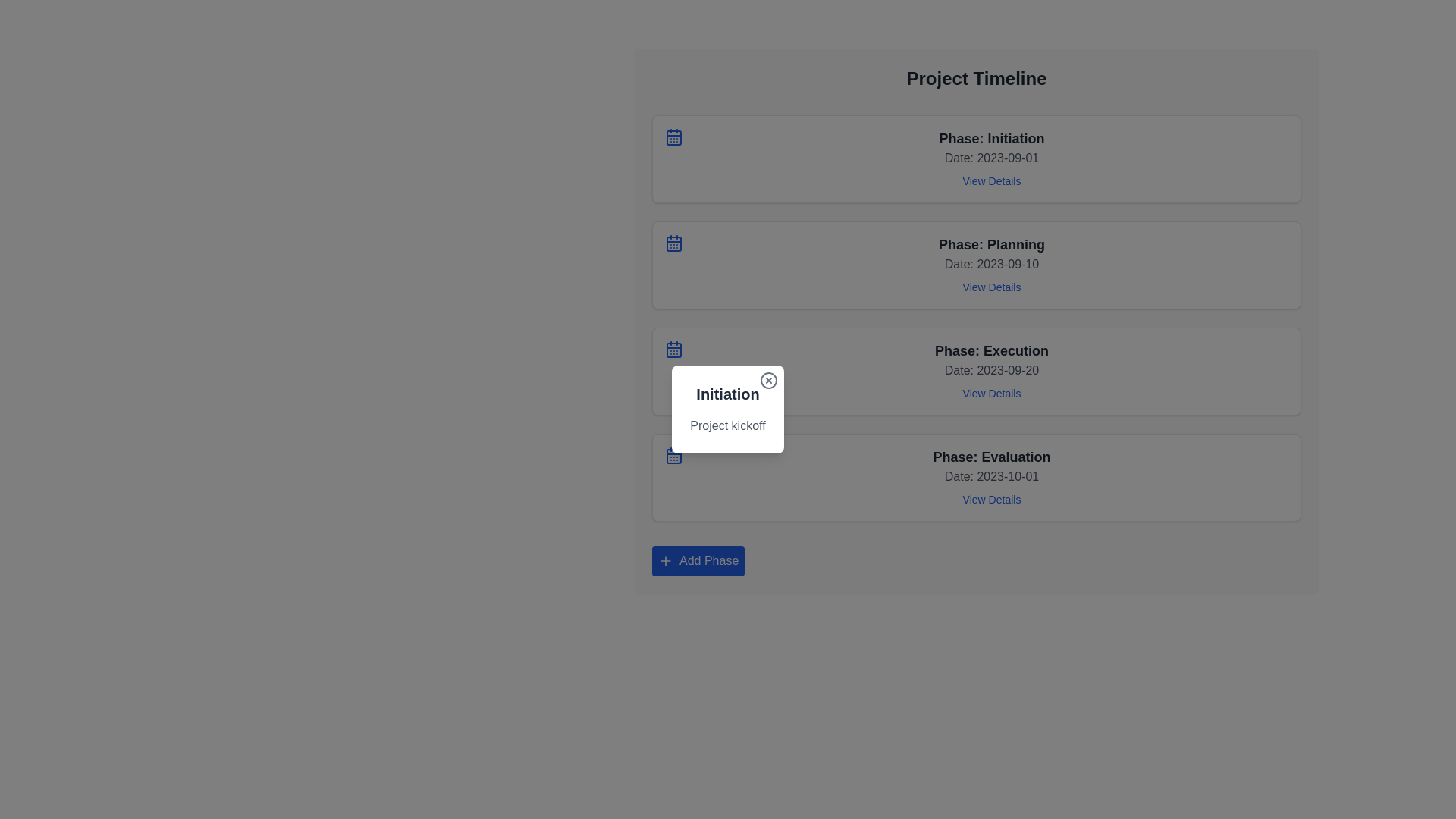  Describe the element at coordinates (992, 393) in the screenshot. I see `the 'View Details' hyperlink, which is styled with a small font size and blue color, to trigger the underline effect` at that location.